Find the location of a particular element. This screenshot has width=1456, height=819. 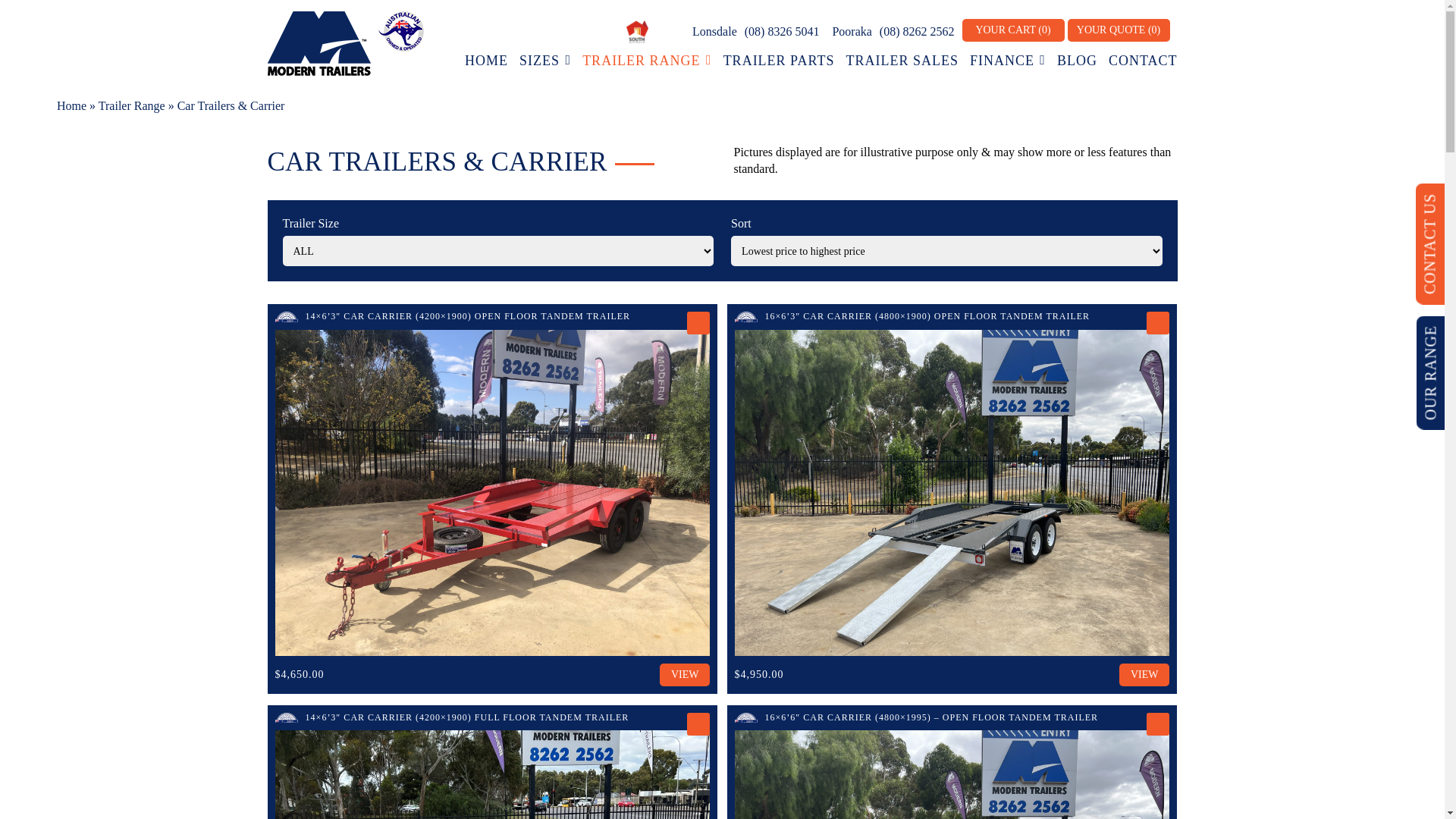

'(08) 8326 5041' is located at coordinates (782, 31).